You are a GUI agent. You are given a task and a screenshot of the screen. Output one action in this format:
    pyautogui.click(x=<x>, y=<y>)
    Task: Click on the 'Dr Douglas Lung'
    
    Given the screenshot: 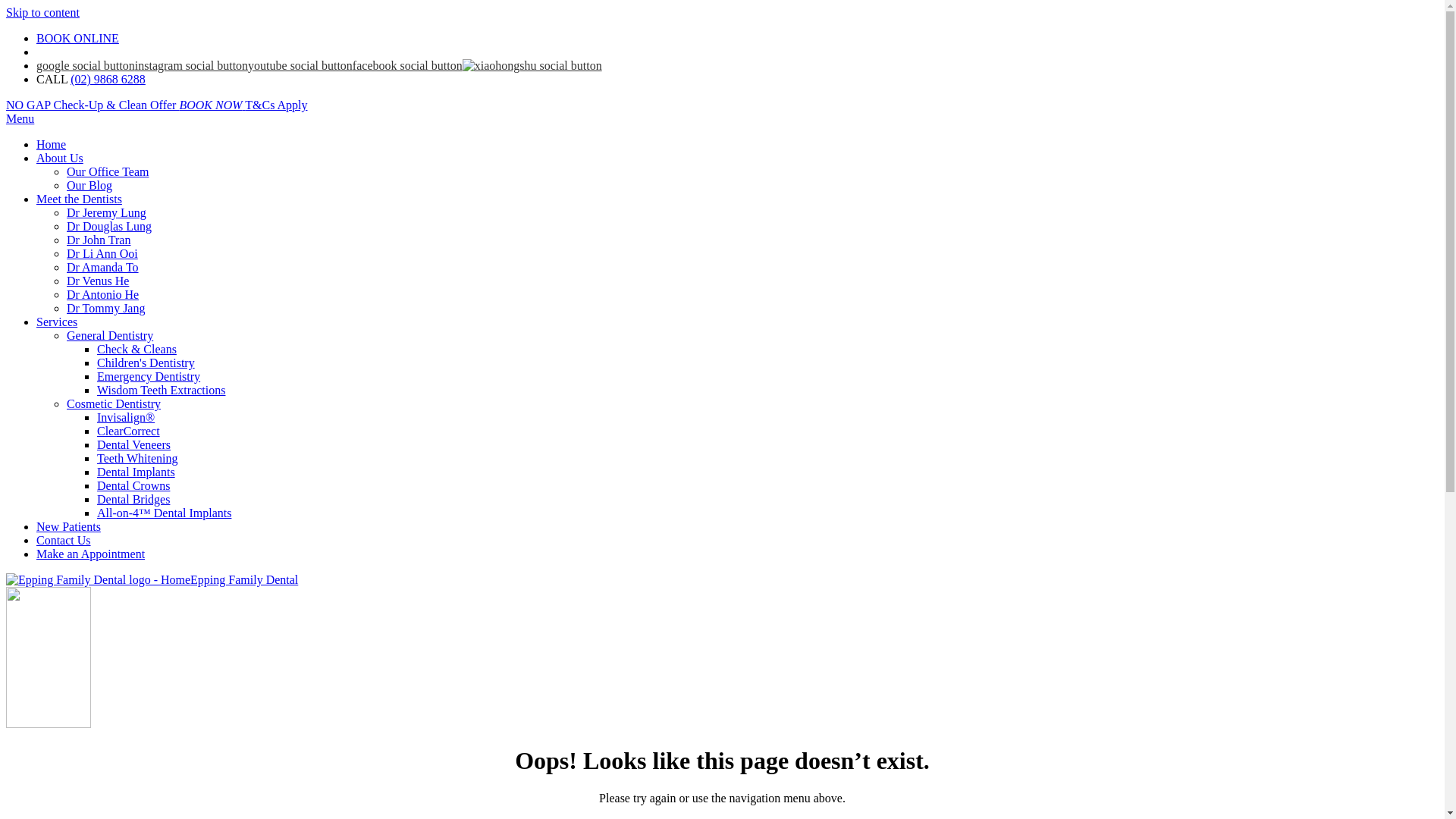 What is the action you would take?
    pyautogui.click(x=65, y=226)
    